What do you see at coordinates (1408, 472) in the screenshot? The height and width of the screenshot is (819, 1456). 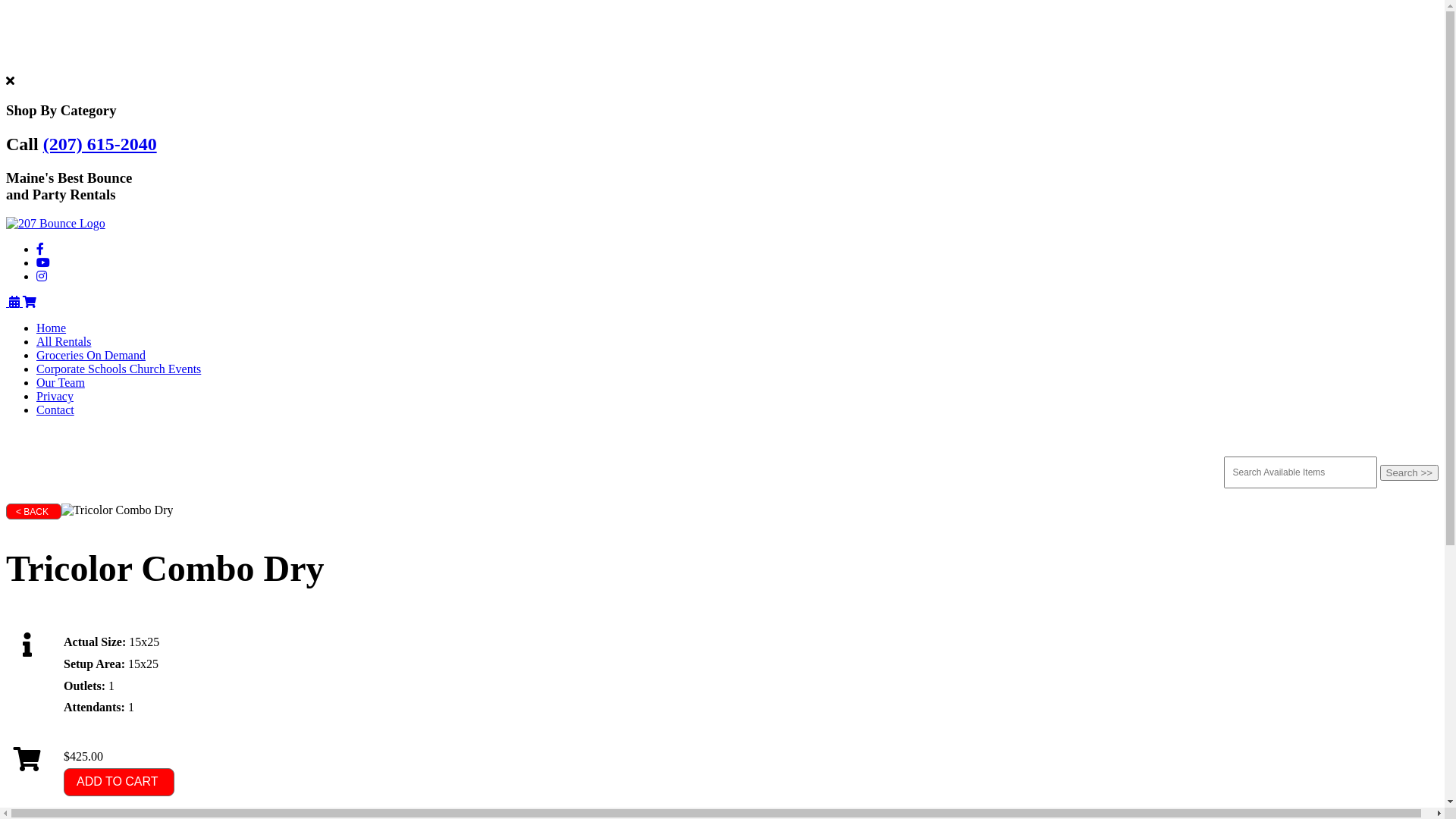 I see `'Search >>'` at bounding box center [1408, 472].